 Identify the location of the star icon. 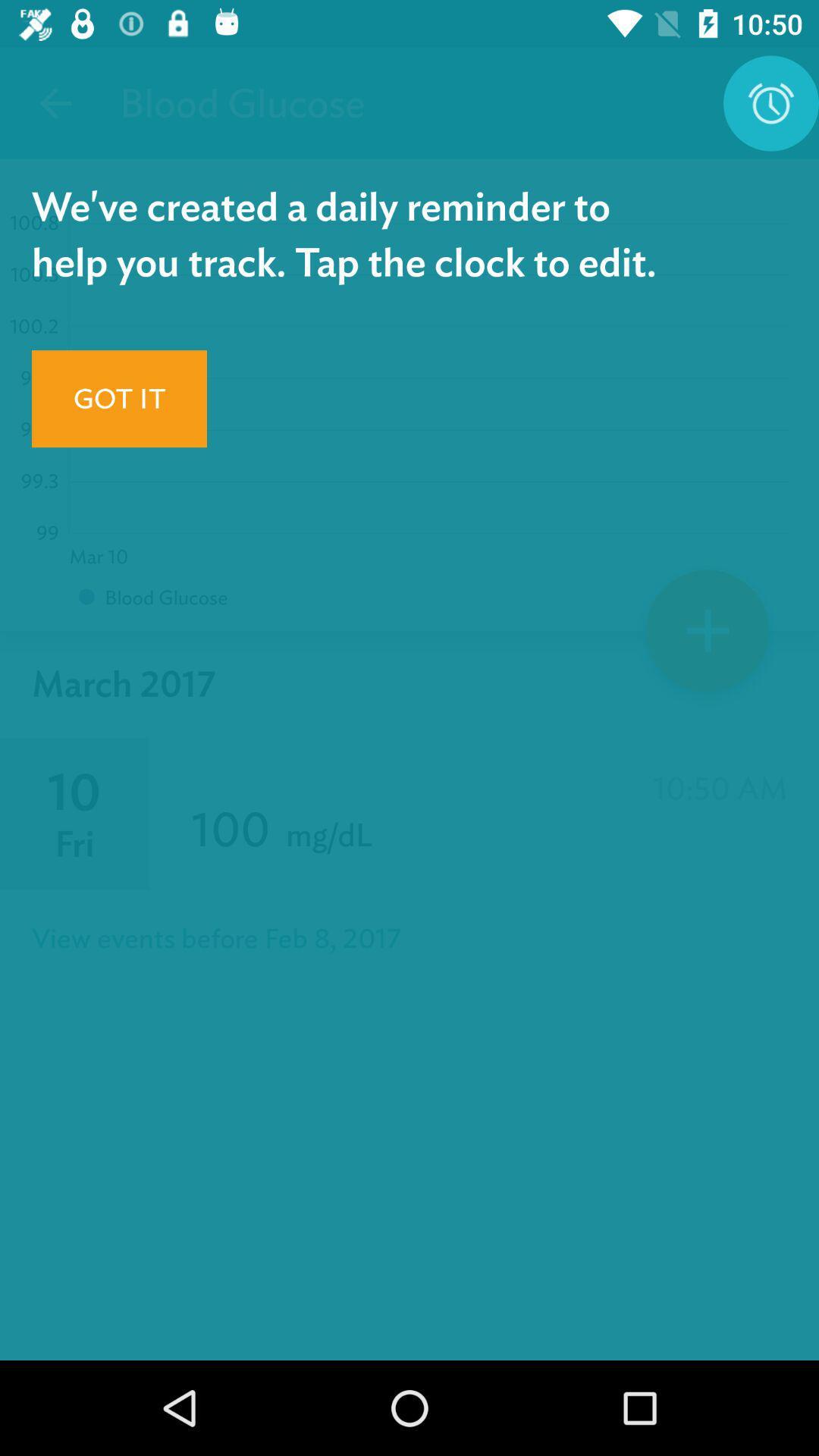
(708, 636).